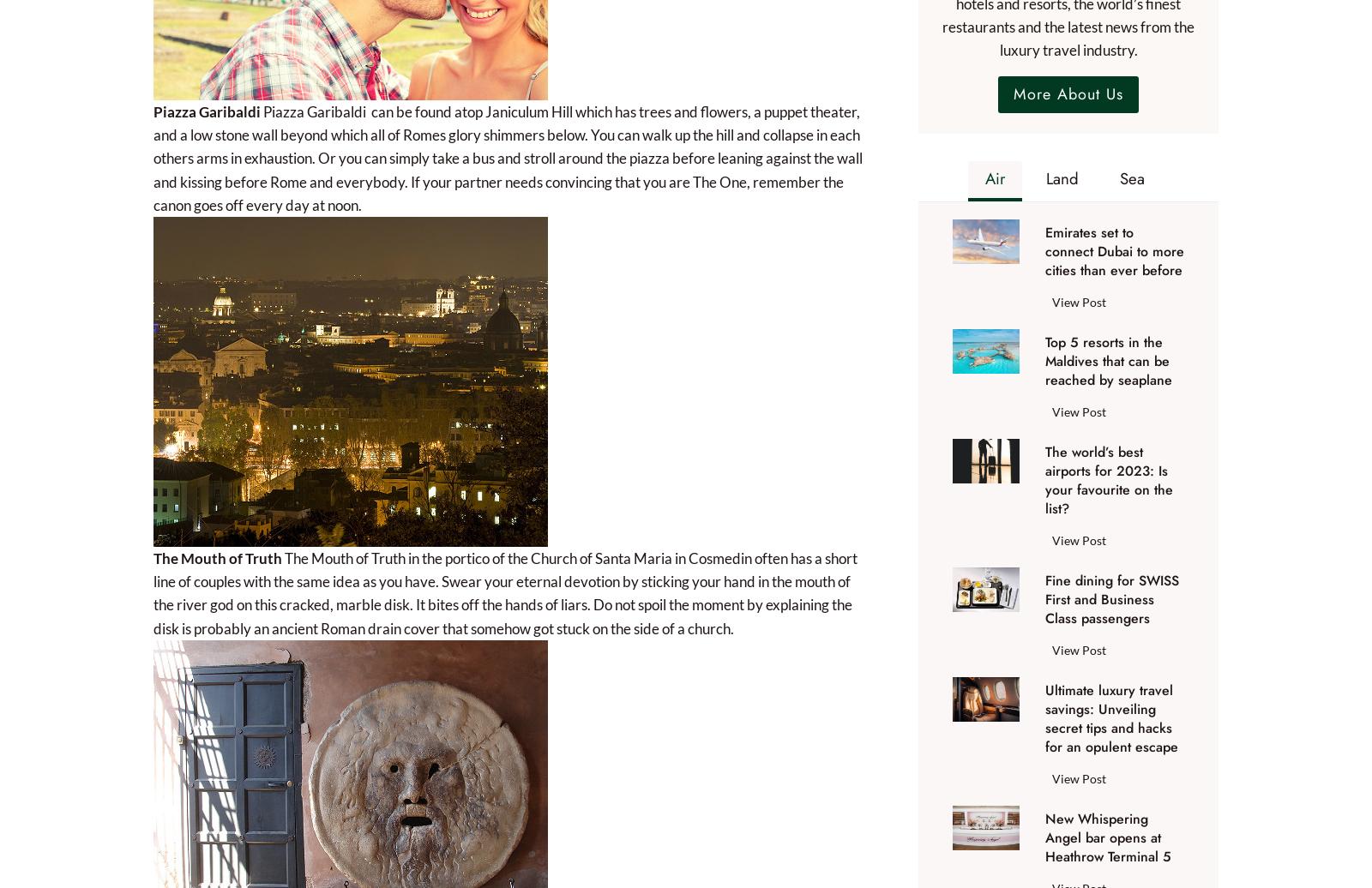 Image resolution: width=1372 pixels, height=888 pixels. I want to click on 'Top 5 resorts in the Maldives that can be reached by seaplane', so click(1107, 360).